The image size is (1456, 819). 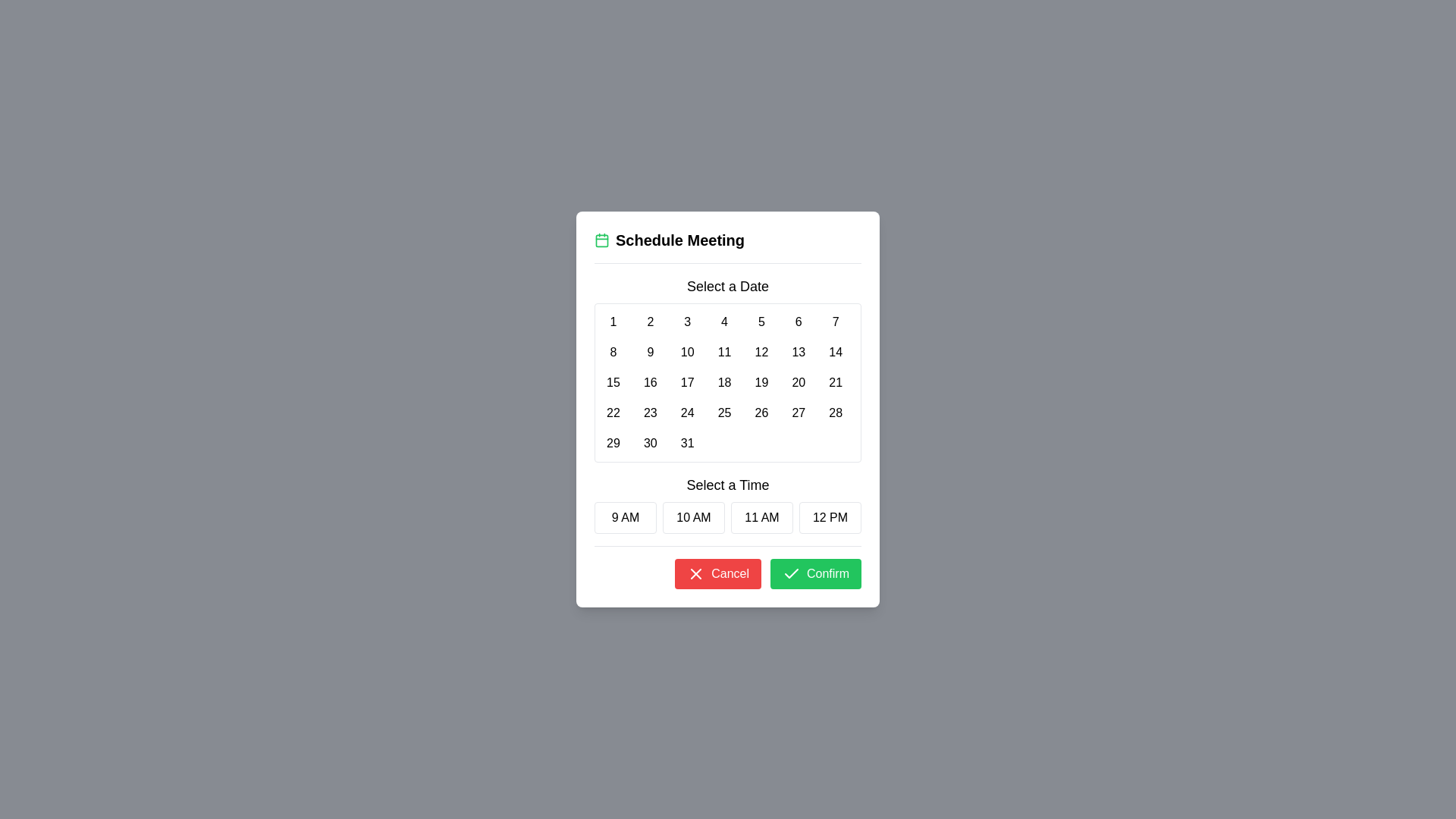 What do you see at coordinates (613, 321) in the screenshot?
I see `the button in the calendar grid that allows users` at bounding box center [613, 321].